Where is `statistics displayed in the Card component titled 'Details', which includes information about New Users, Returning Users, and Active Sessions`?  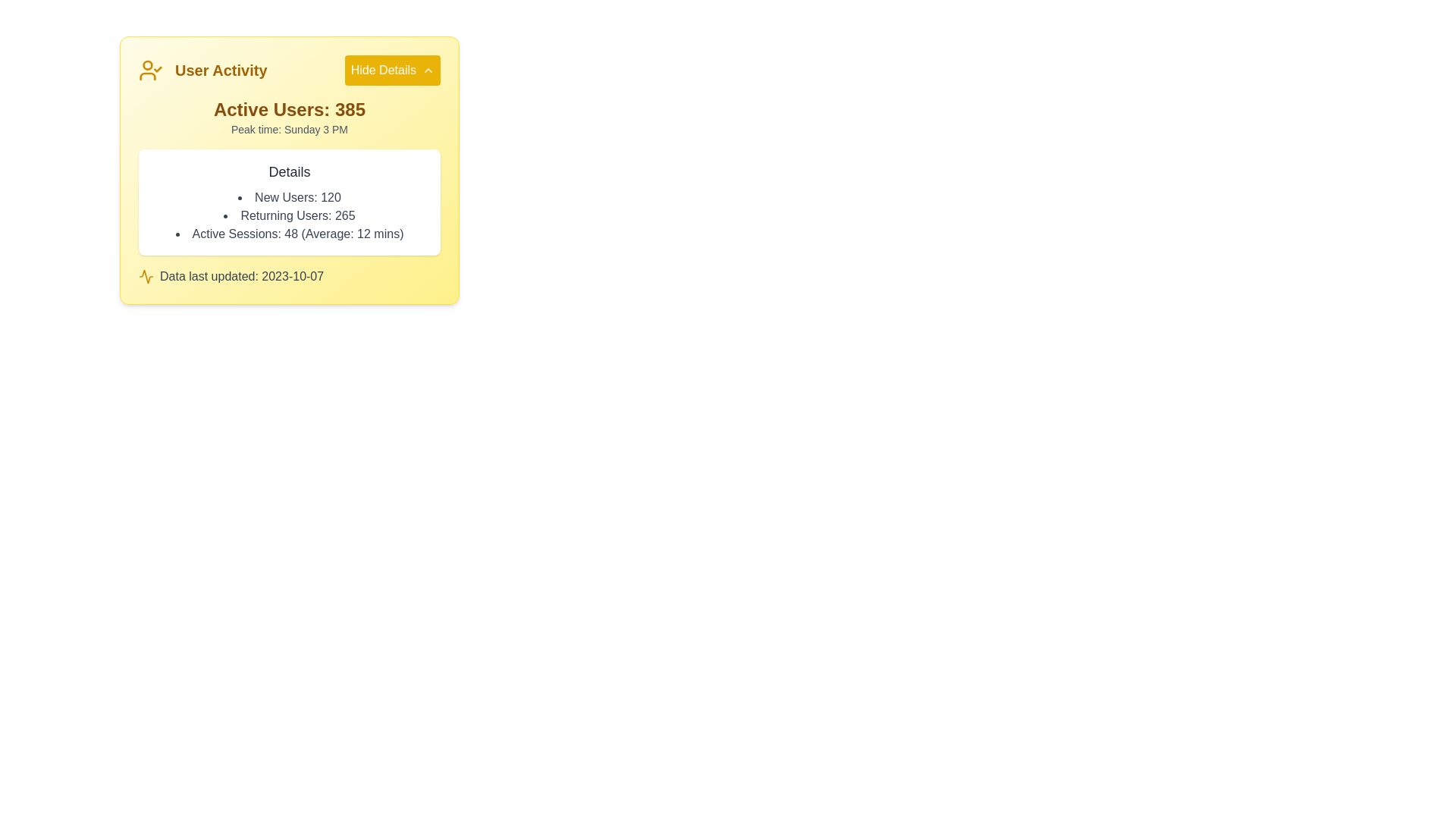 statistics displayed in the Card component titled 'Details', which includes information about New Users, Returning Users, and Active Sessions is located at coordinates (290, 201).